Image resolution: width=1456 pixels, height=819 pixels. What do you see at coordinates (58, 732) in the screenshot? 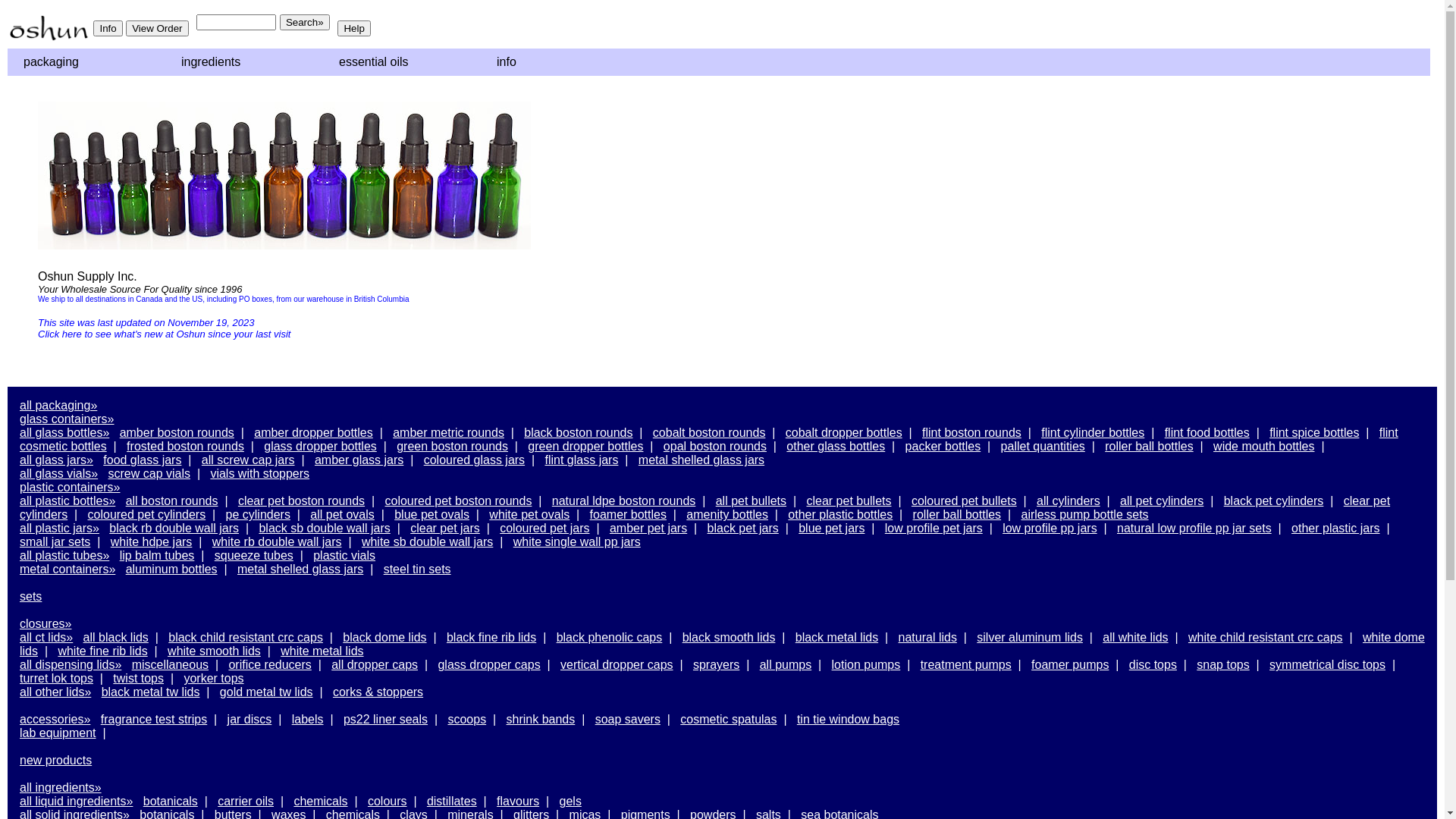
I see `'lab equipment'` at bounding box center [58, 732].